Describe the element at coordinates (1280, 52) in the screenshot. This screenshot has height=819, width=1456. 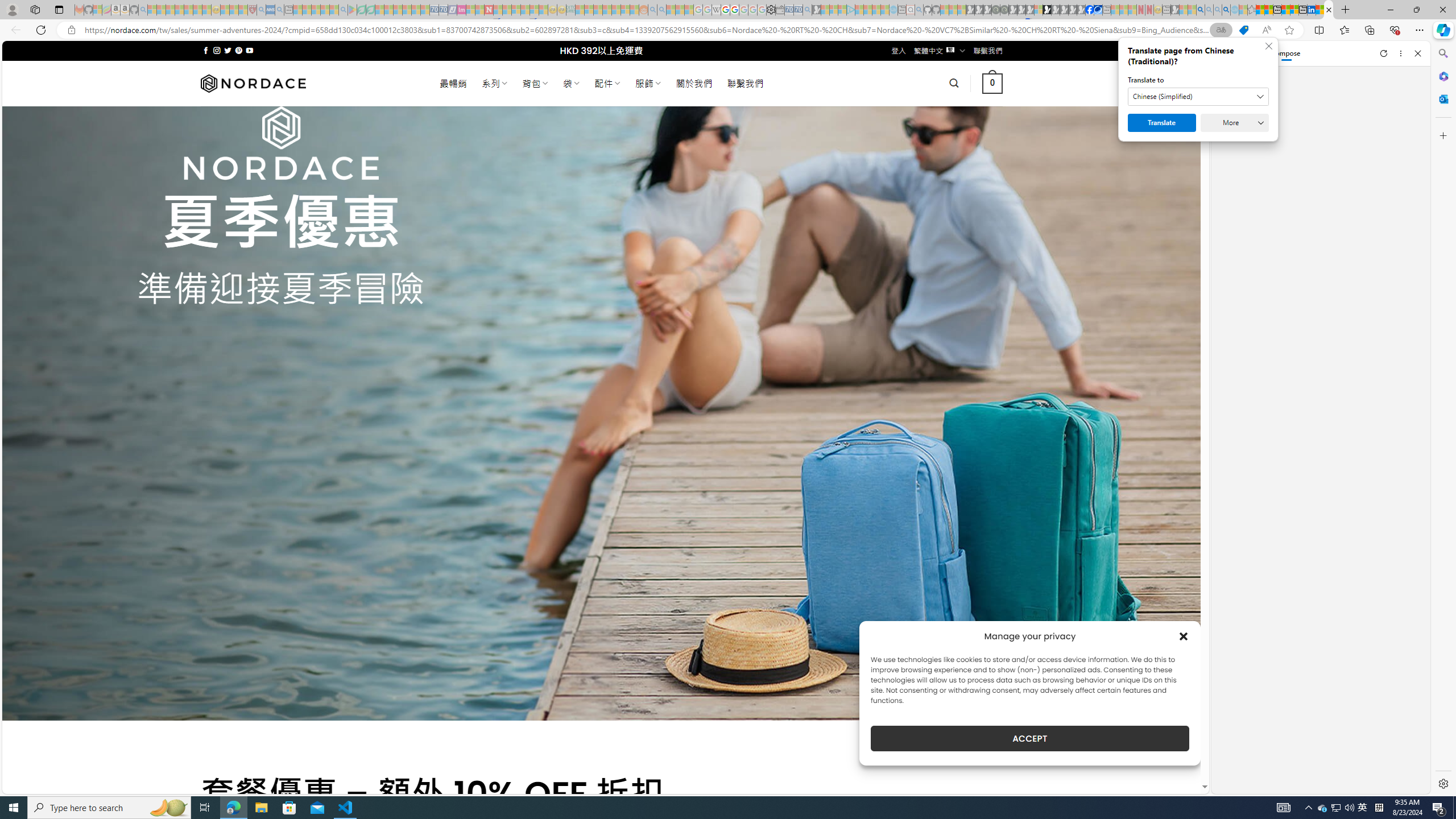
I see `'Compose'` at that location.